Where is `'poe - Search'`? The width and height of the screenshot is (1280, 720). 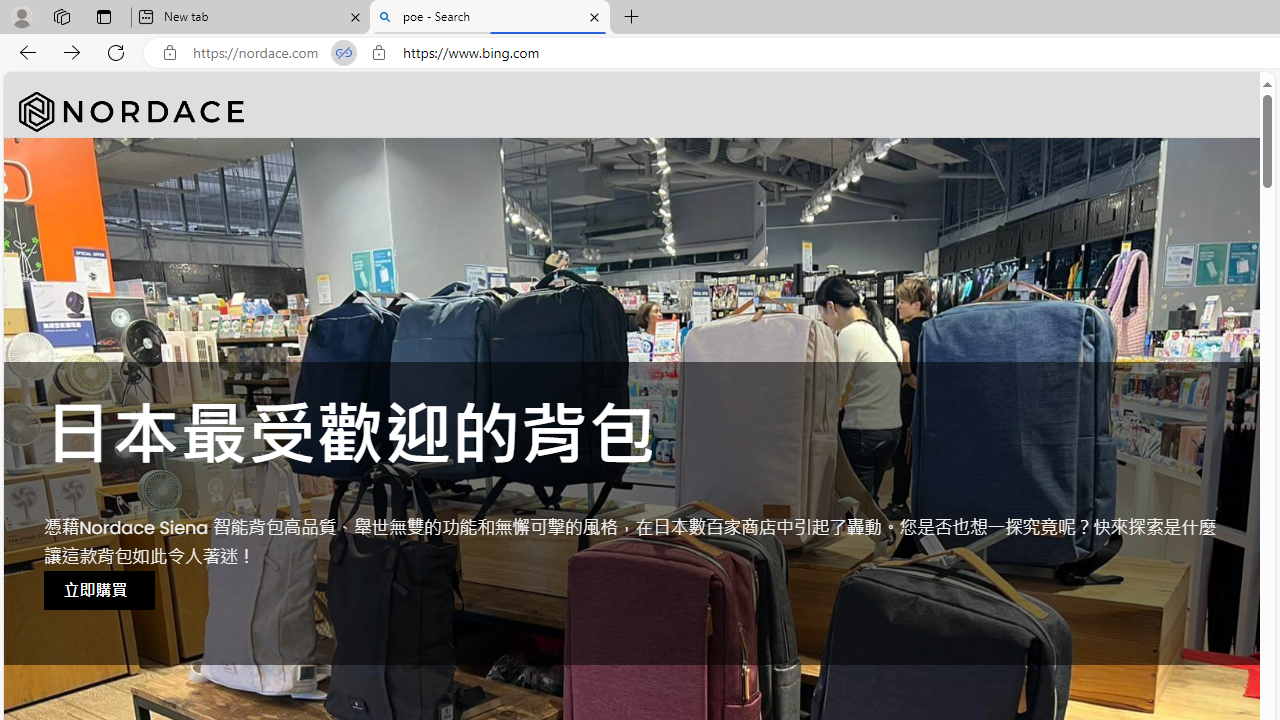
'poe - Search' is located at coordinates (490, 17).